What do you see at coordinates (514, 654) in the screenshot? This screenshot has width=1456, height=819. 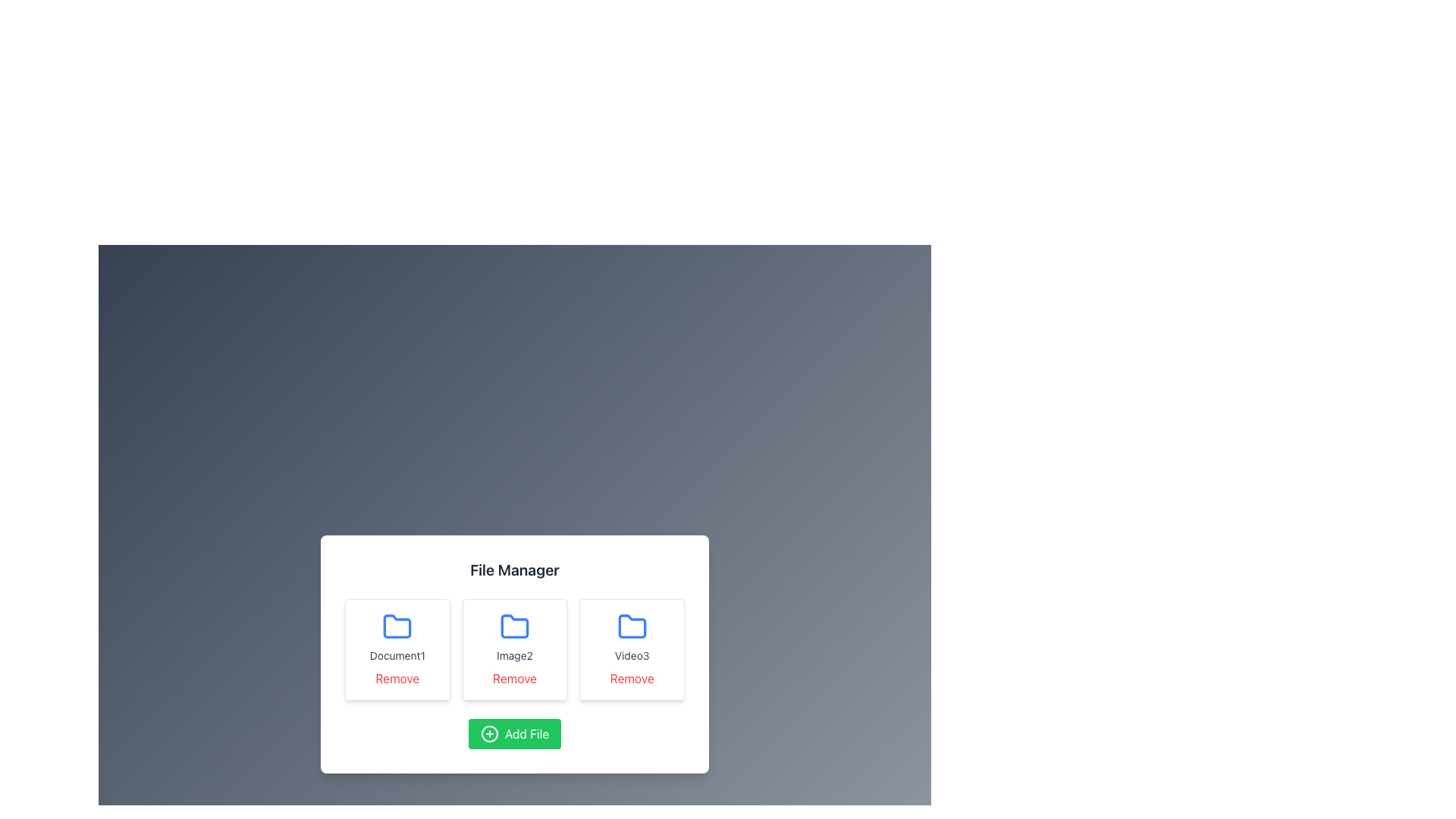 I see `the Static Text Label that provides descriptive text labeling the folder icon above it` at bounding box center [514, 654].